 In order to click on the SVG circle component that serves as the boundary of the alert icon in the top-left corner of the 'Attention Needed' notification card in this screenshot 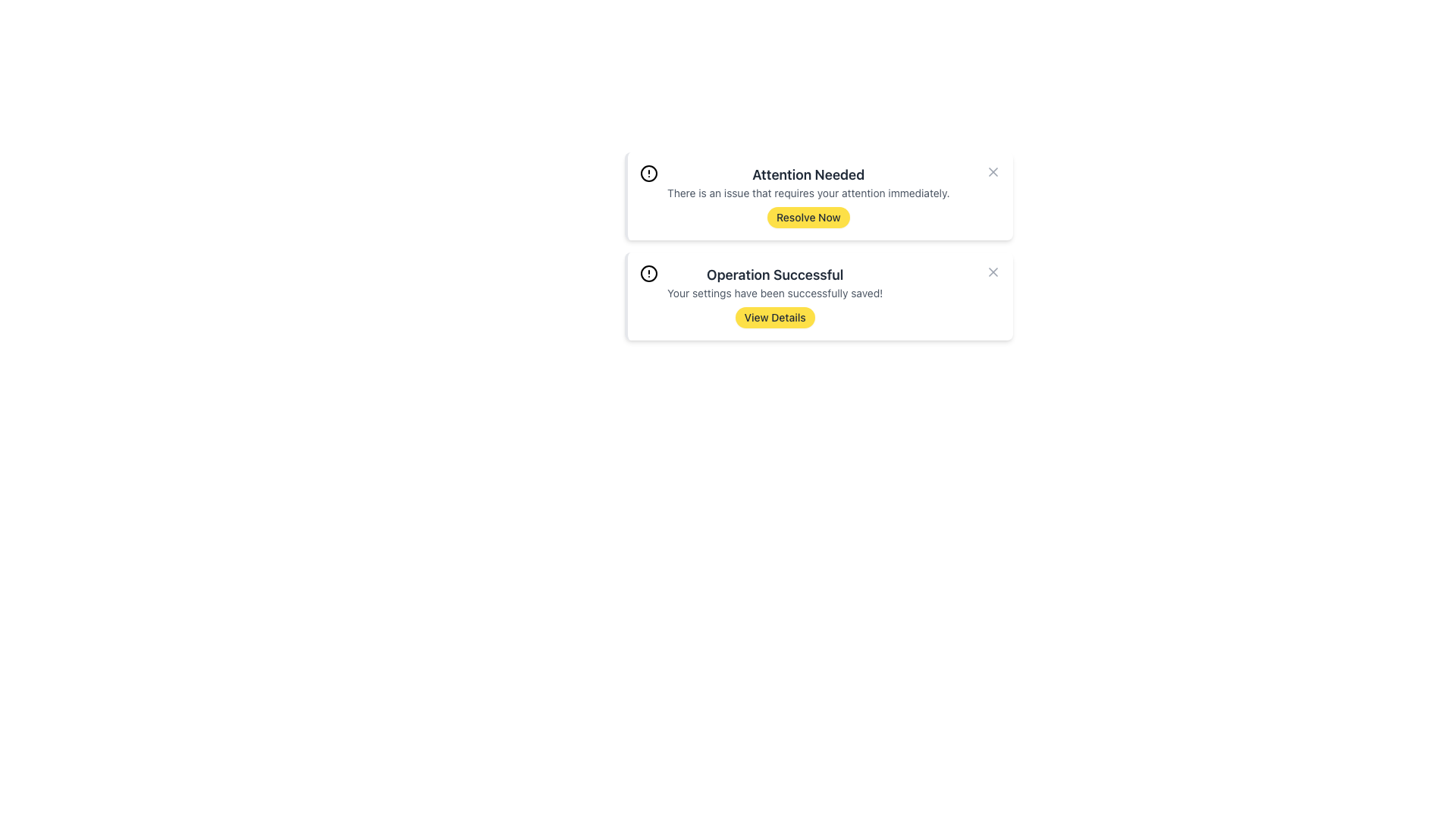, I will do `click(648, 172)`.